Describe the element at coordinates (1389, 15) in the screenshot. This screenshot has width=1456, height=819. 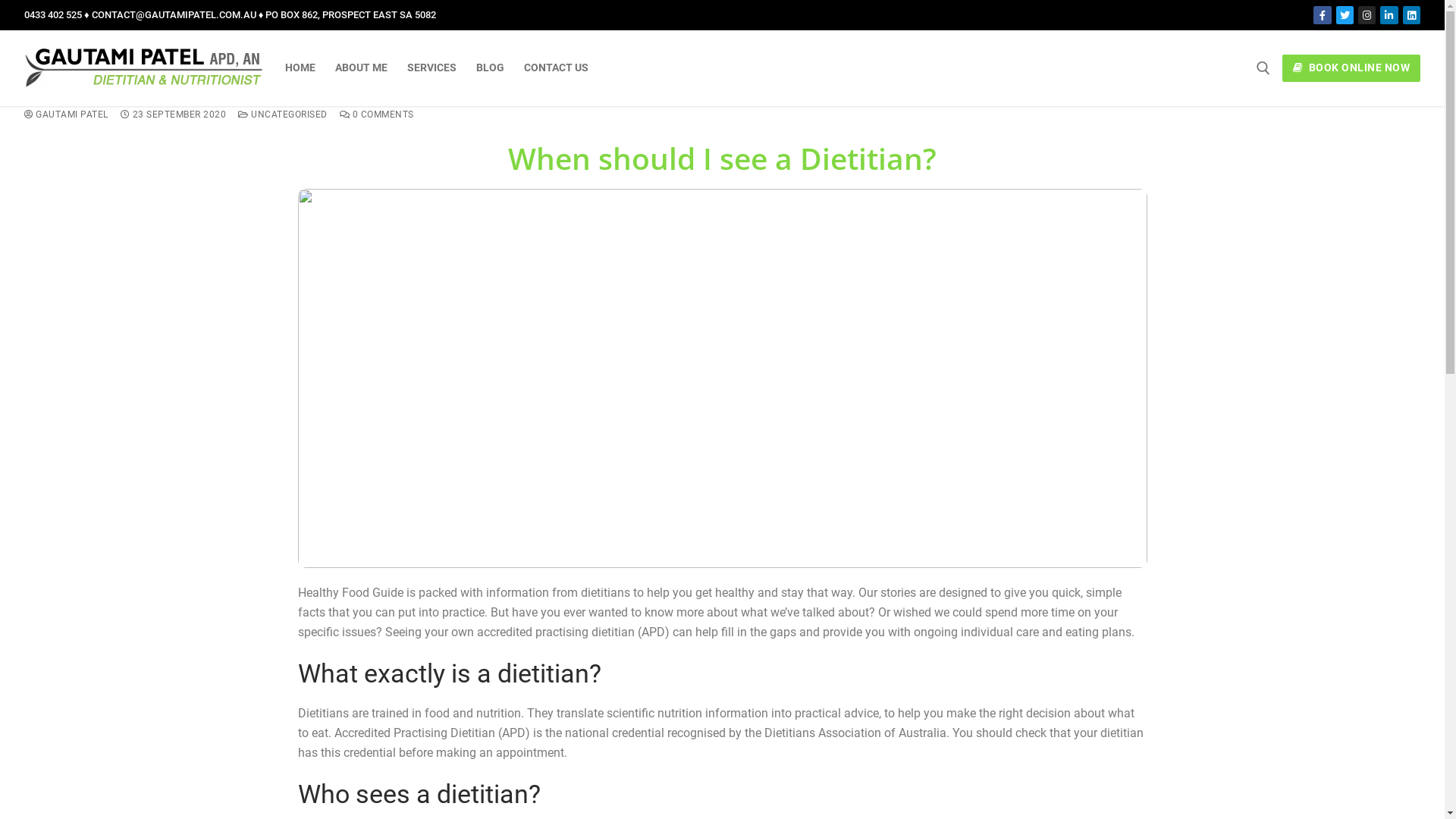
I see `'LinkedIn Company'` at that location.